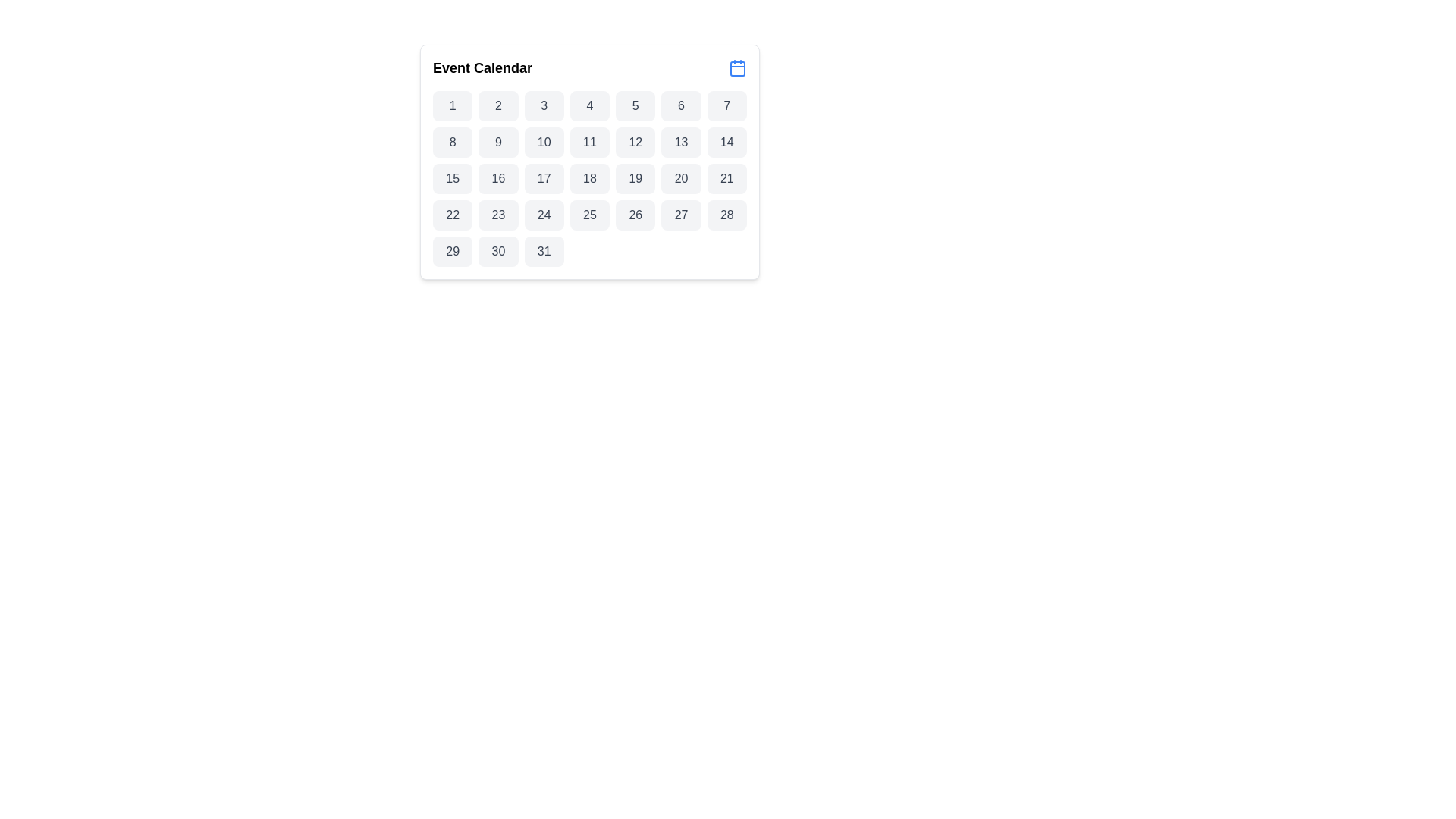 This screenshot has width=1456, height=819. What do you see at coordinates (451, 215) in the screenshot?
I see `the selection button representing the 22nd day in the calendar interface` at bounding box center [451, 215].